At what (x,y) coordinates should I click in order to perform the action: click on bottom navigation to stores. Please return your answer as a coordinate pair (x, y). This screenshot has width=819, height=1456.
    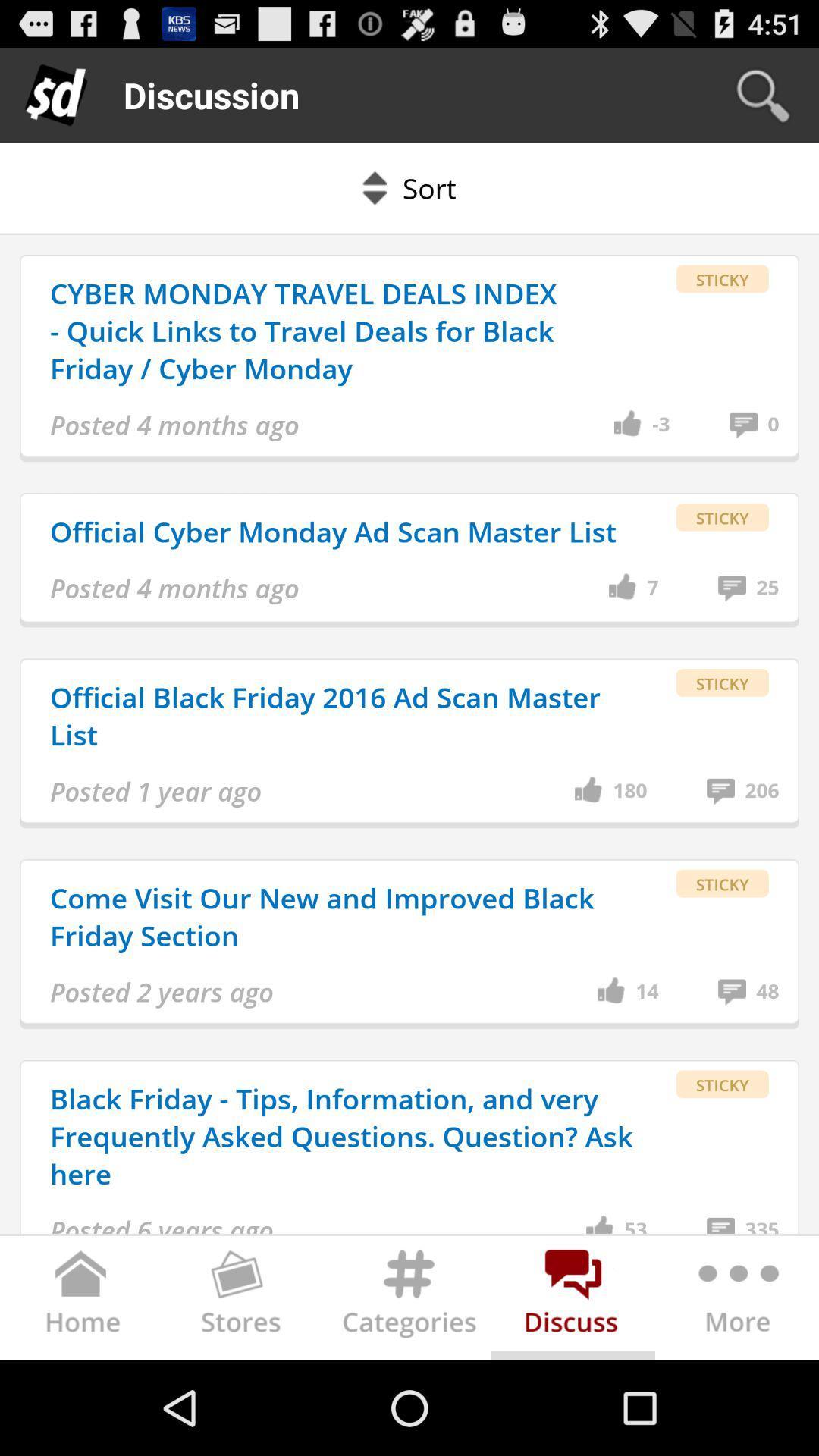
    Looking at the image, I should click on (245, 1301).